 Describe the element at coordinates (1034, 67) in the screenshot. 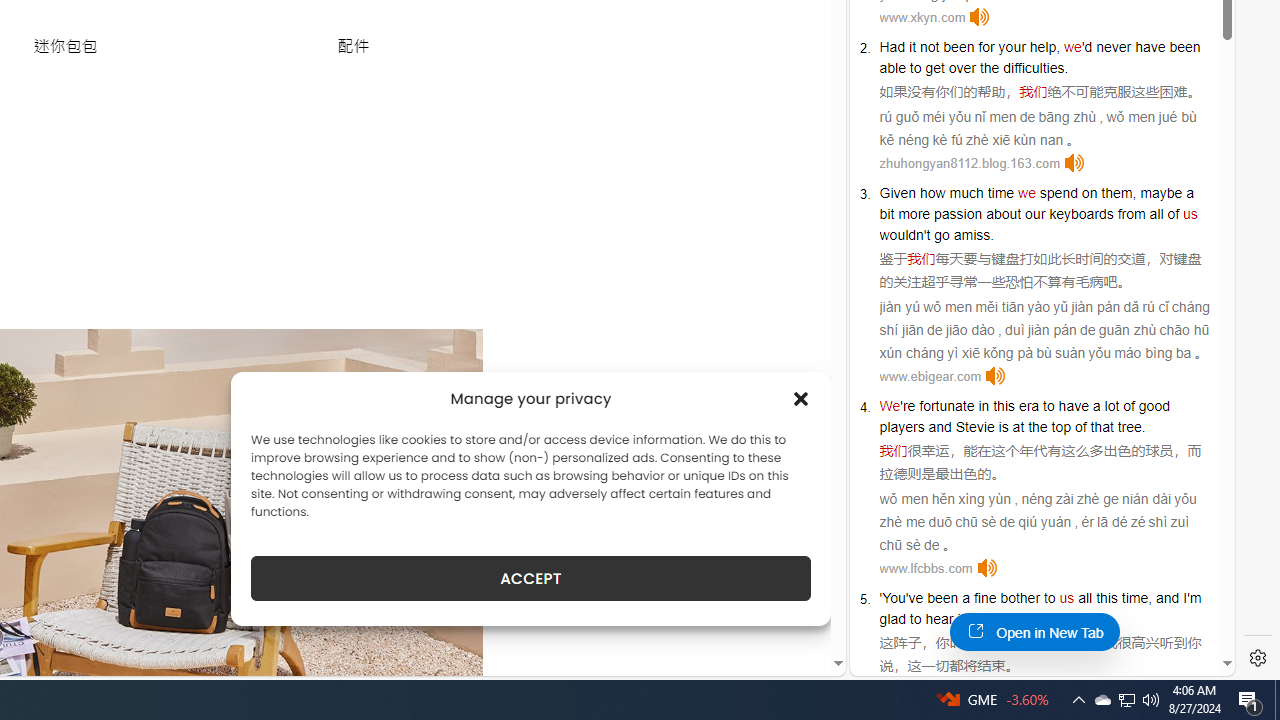

I see `'difficulties'` at that location.